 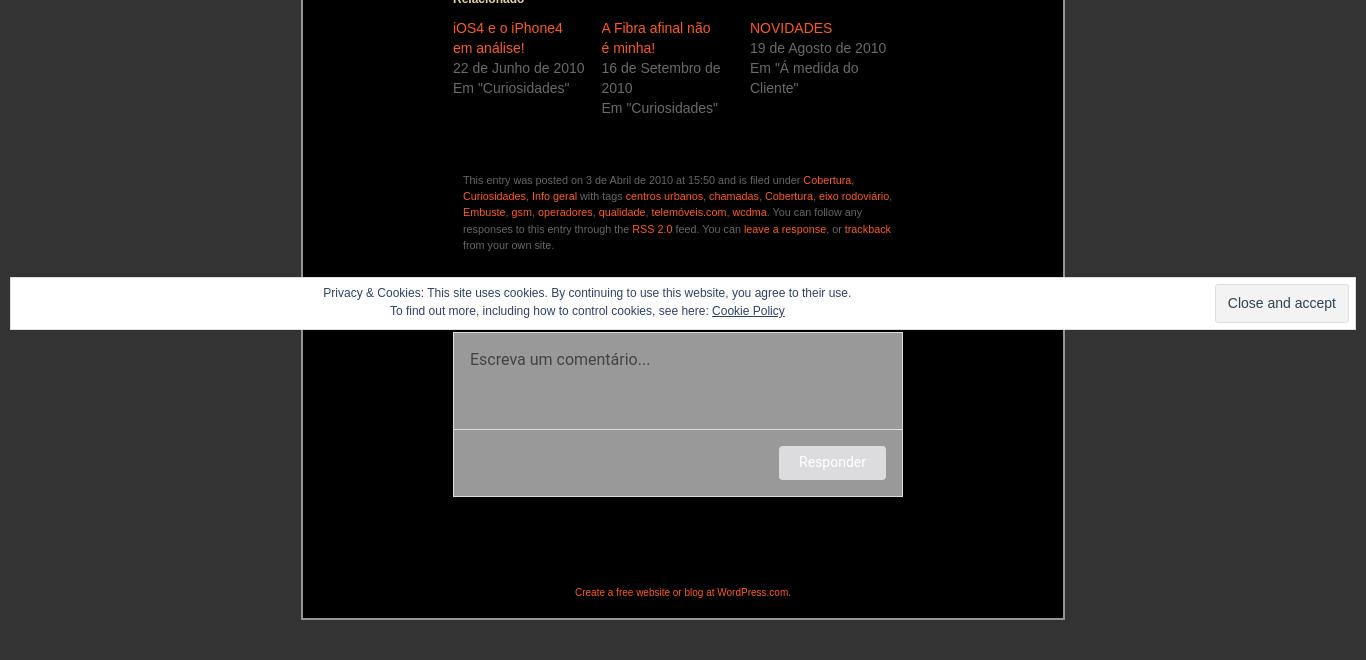 What do you see at coordinates (550, 309) in the screenshot?
I see `'To find out more, including how to control cookies, see here:'` at bounding box center [550, 309].